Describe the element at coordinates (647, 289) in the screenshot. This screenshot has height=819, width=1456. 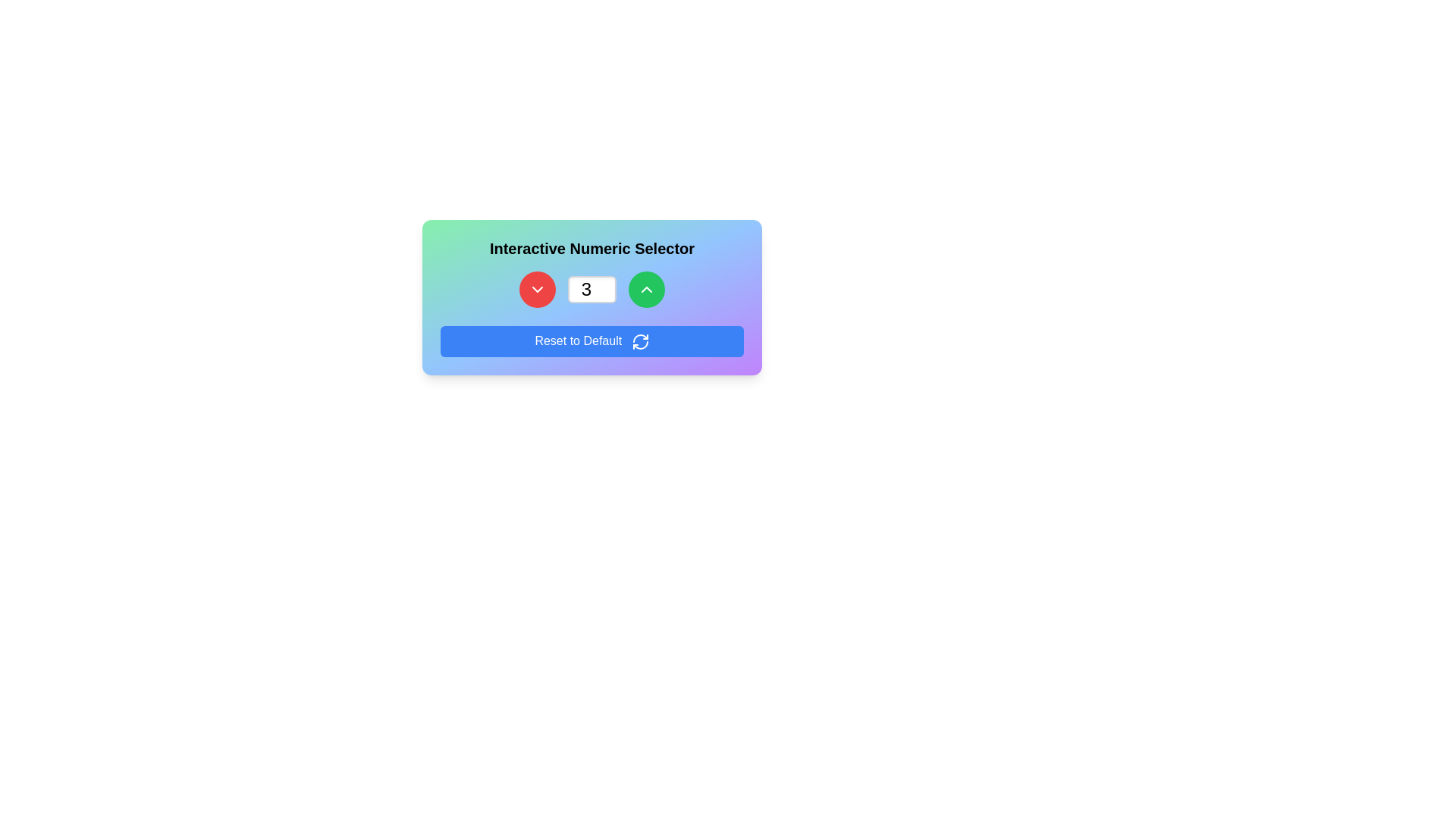
I see `the increment button located to the right of the numeric input field to increase the displayed value` at that location.